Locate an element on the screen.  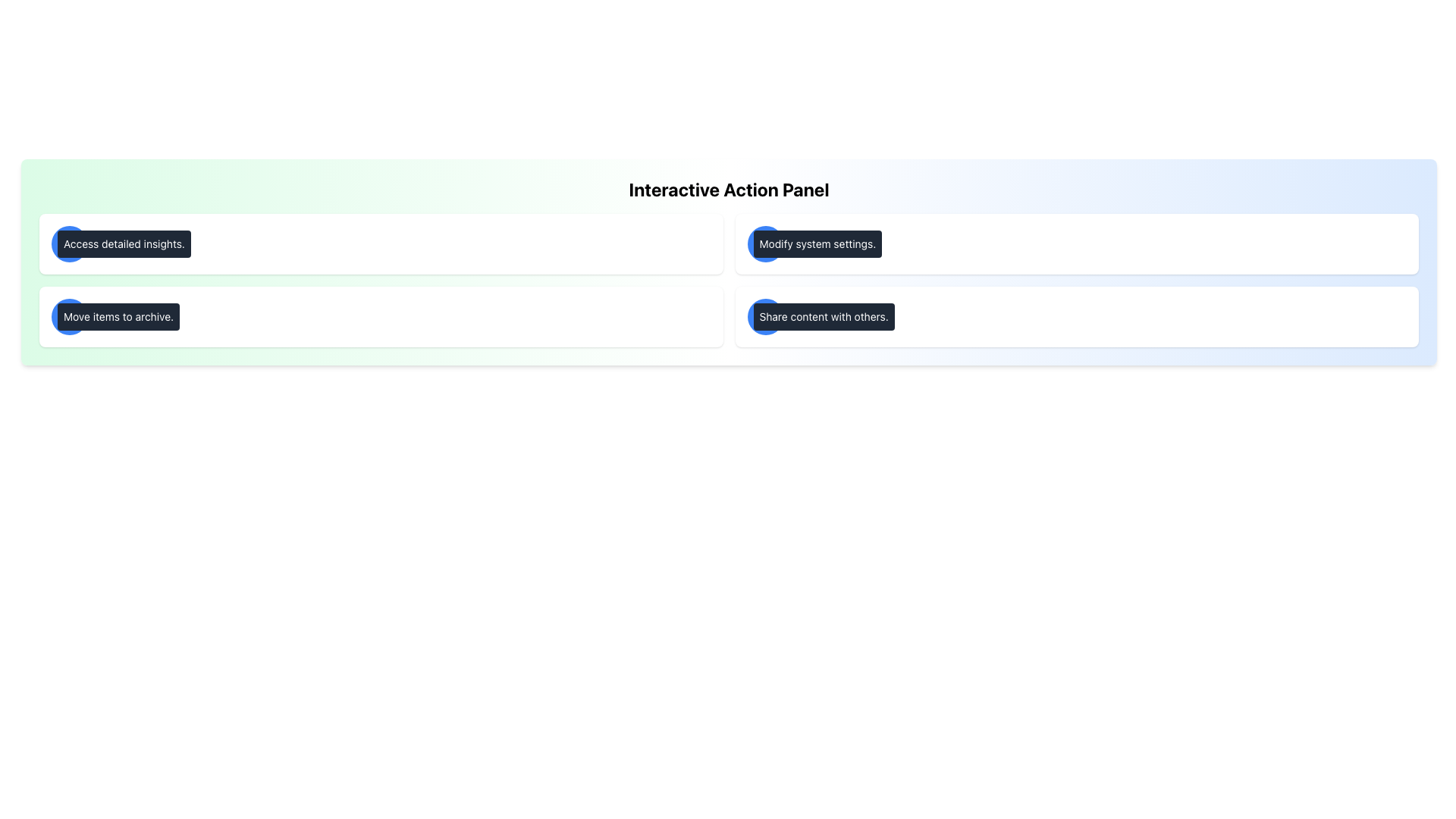
the button labeled 'Move items to archive.' which is a rectangular block with a dark gray background and rounded corners, located within a light green section and positioned below the 'Access detailed insights.' button is located at coordinates (118, 315).